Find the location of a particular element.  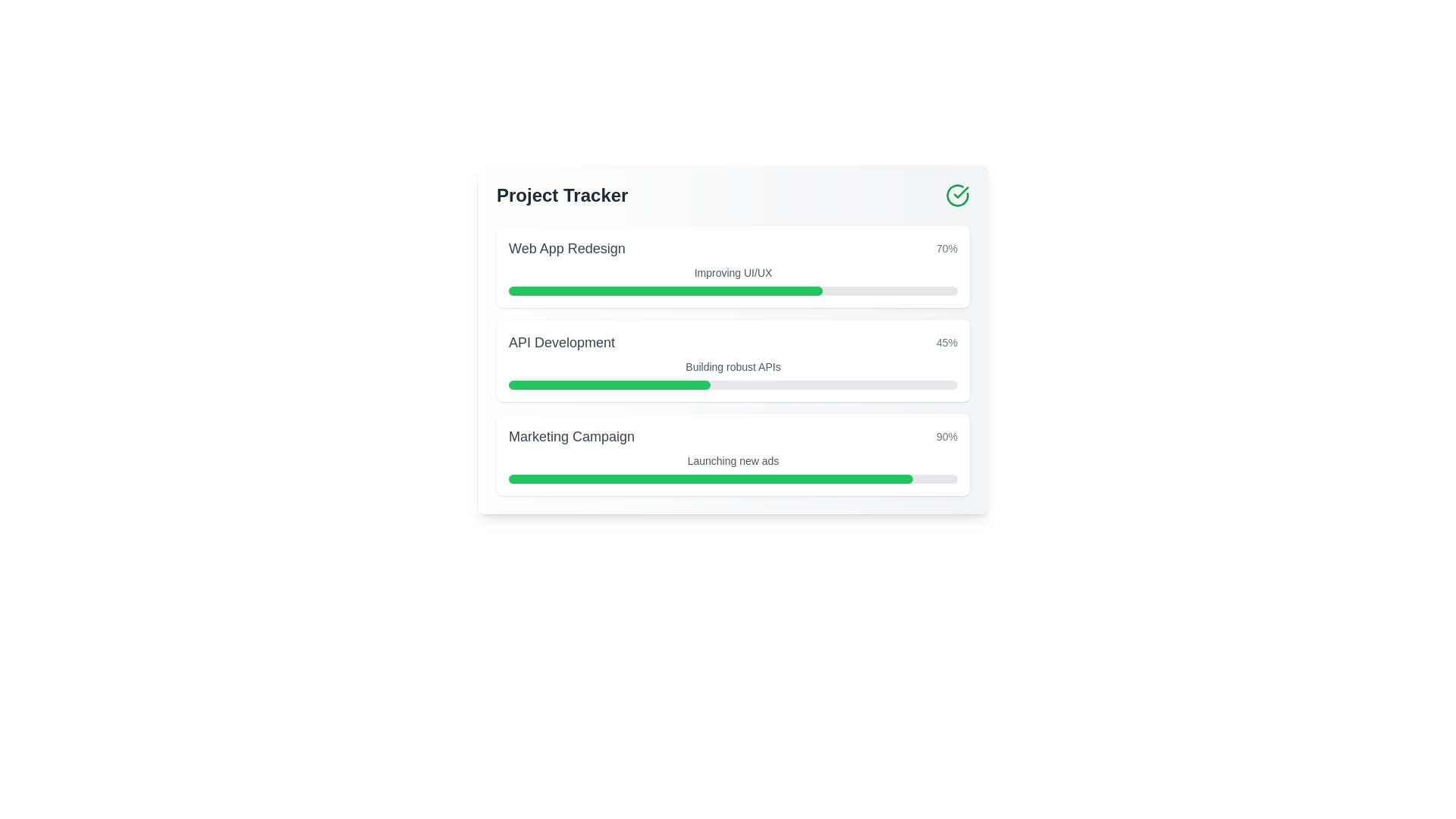

the progress indicated by the horizontal progress bar located in the card titled 'Marketing Campaign', directly below the text 'Launching new ads' is located at coordinates (733, 479).